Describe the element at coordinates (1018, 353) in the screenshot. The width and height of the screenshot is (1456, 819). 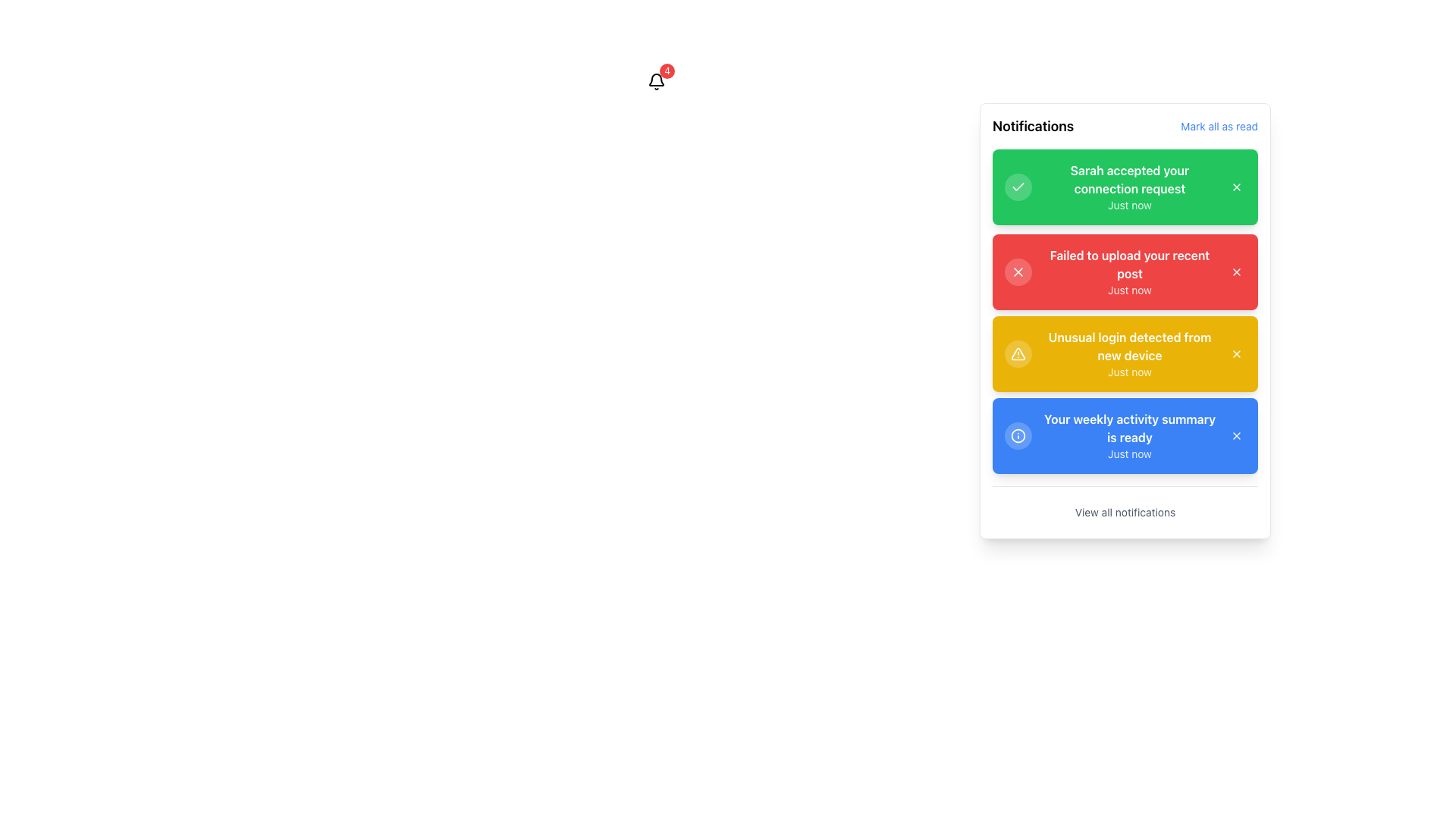
I see `the warning icon indicator that visually indicates a high-priority alert for 'Unusual login detected from new device' notification, which is positioned to the left of the message in the third notification card` at that location.